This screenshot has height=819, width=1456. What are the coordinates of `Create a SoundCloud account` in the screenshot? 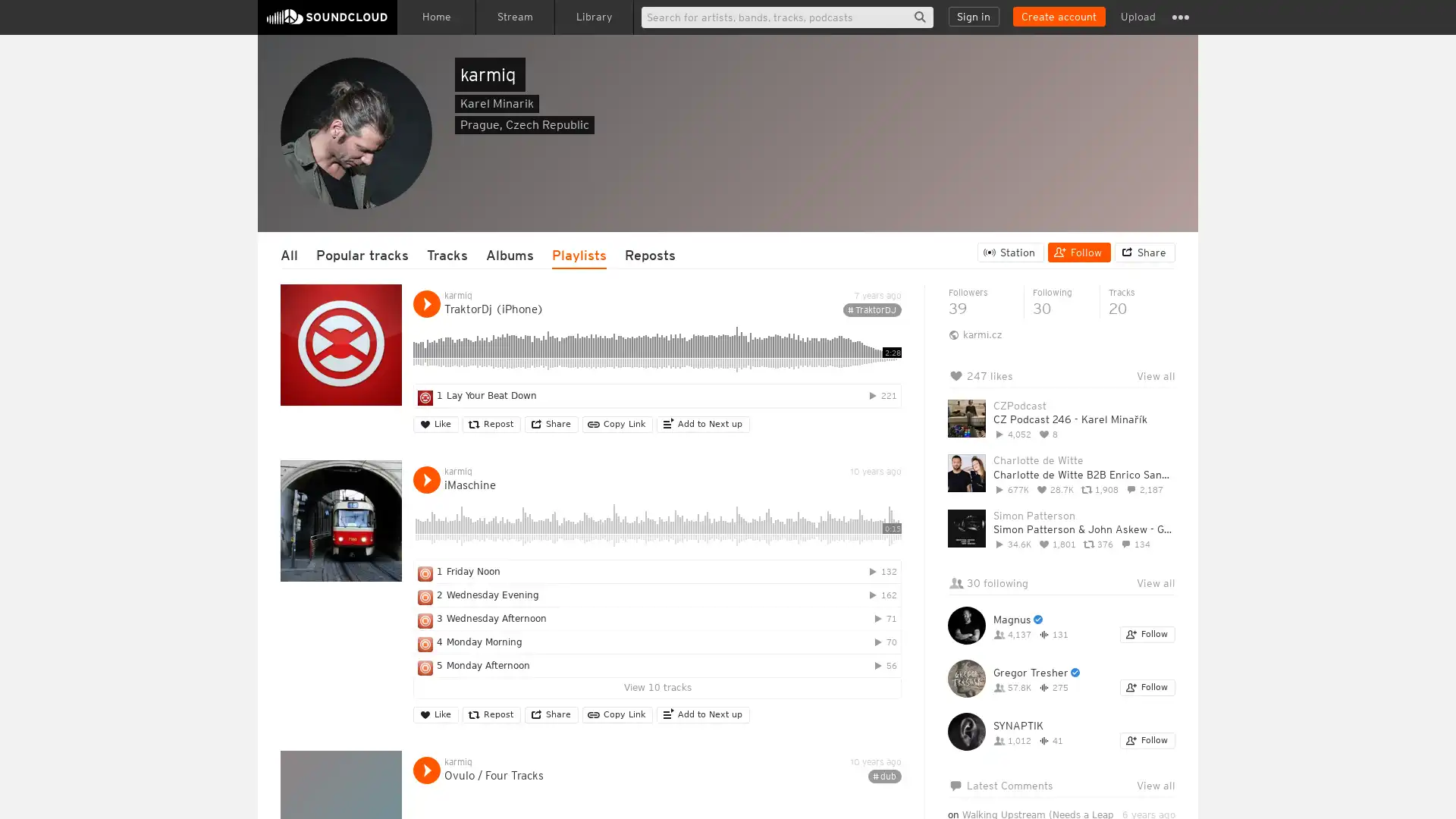 It's located at (1058, 17).